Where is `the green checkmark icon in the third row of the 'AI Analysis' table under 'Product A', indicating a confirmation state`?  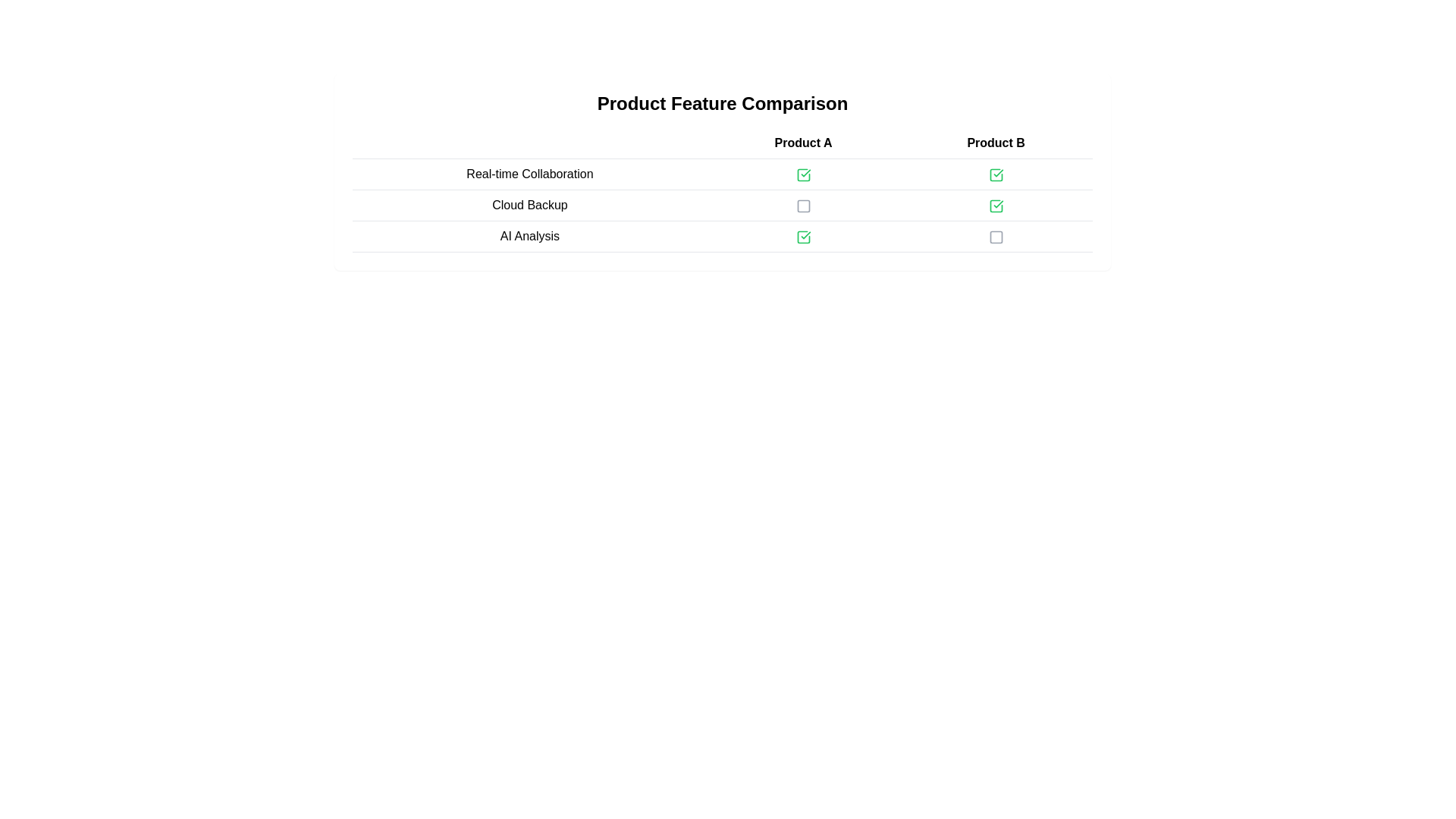 the green checkmark icon in the third row of the 'AI Analysis' table under 'Product A', indicating a confirmation state is located at coordinates (802, 237).